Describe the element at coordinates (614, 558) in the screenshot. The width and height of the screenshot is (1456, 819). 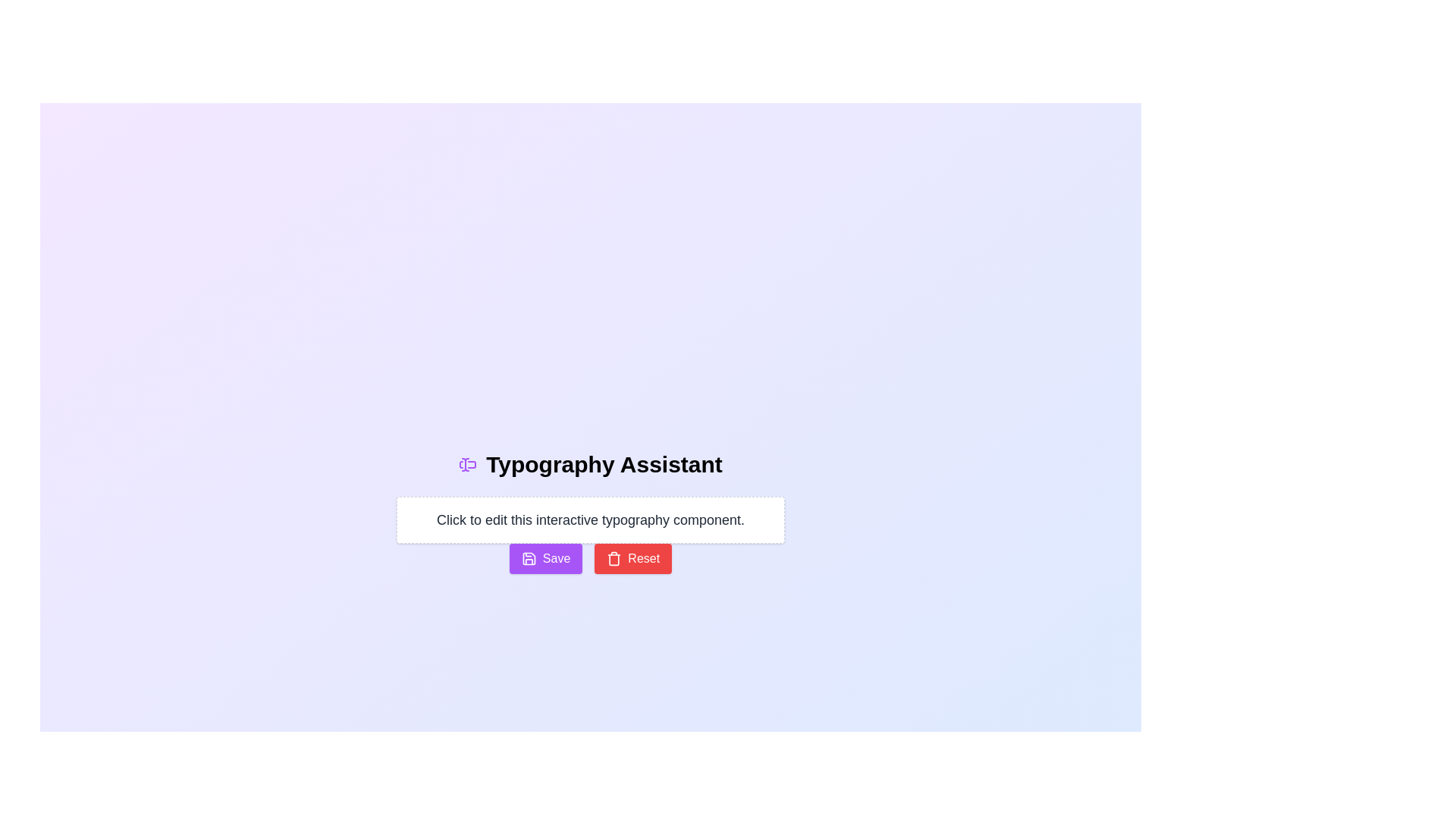
I see `the red trash can icon located on the left side of the 'Reset' button` at that location.